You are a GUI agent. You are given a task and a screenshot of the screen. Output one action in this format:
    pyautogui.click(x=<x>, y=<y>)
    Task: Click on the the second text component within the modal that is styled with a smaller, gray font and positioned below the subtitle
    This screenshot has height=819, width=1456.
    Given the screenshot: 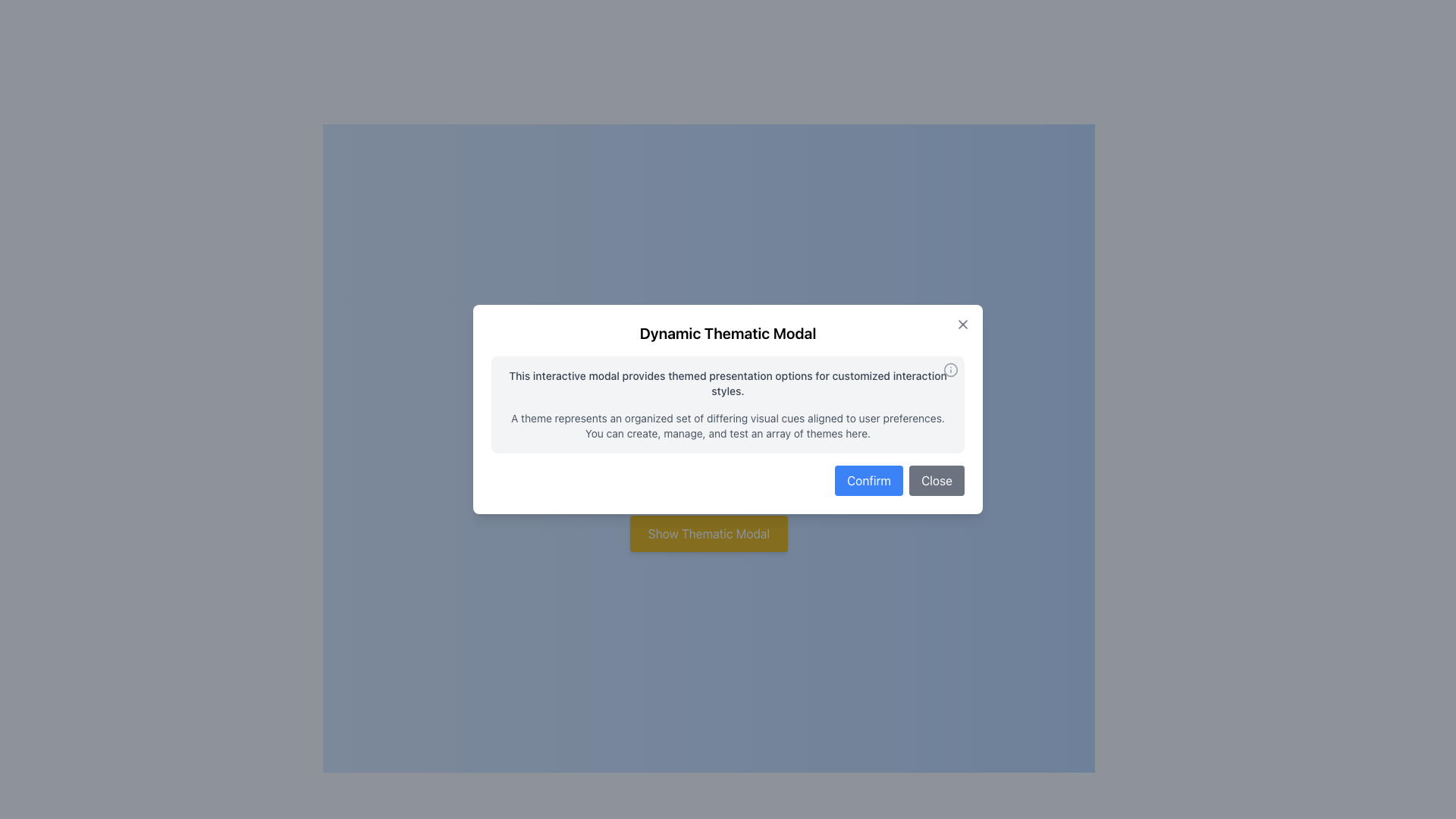 What is the action you would take?
    pyautogui.click(x=728, y=426)
    